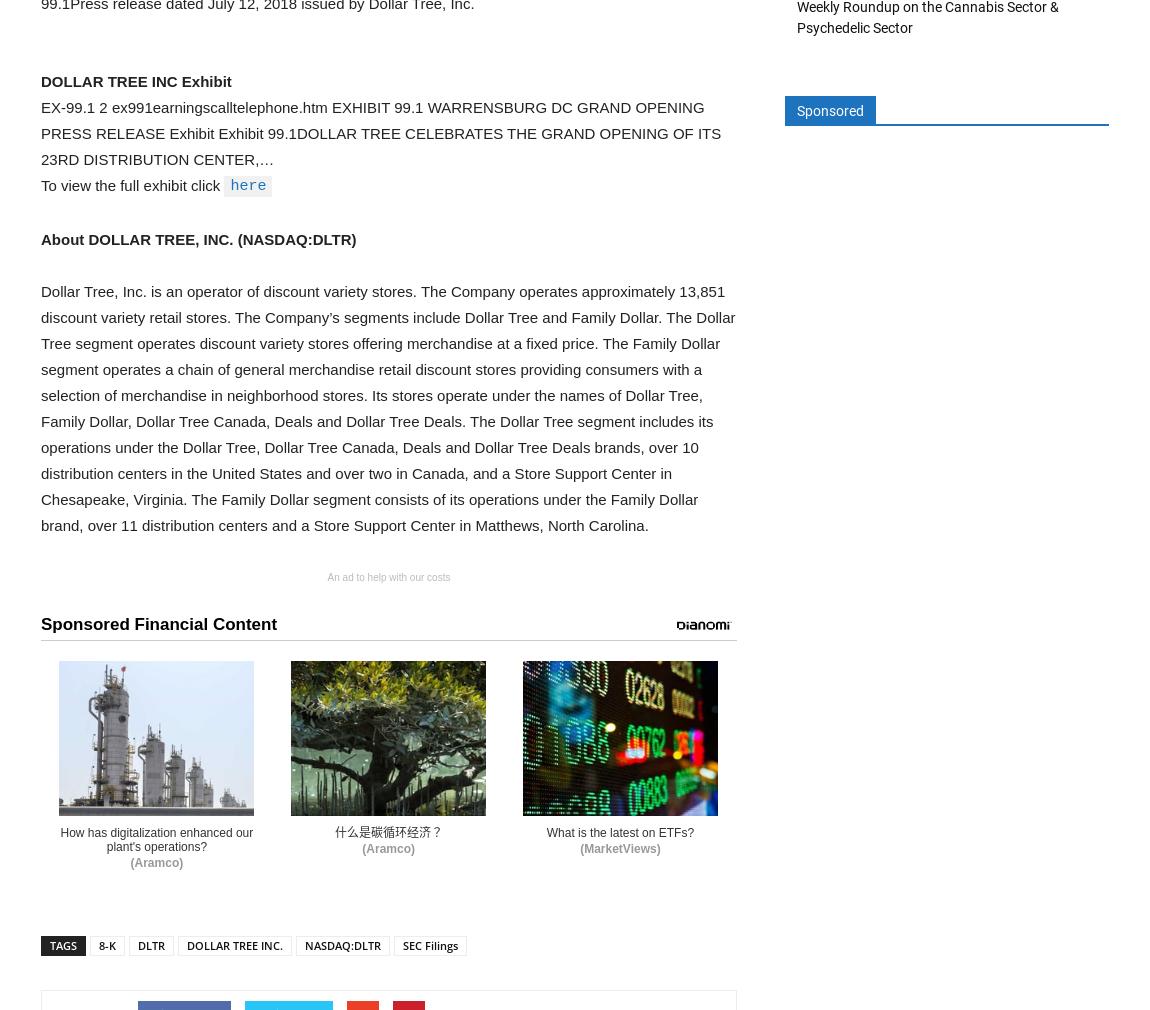 The width and height of the screenshot is (1150, 1010). What do you see at coordinates (247, 185) in the screenshot?
I see `'here'` at bounding box center [247, 185].